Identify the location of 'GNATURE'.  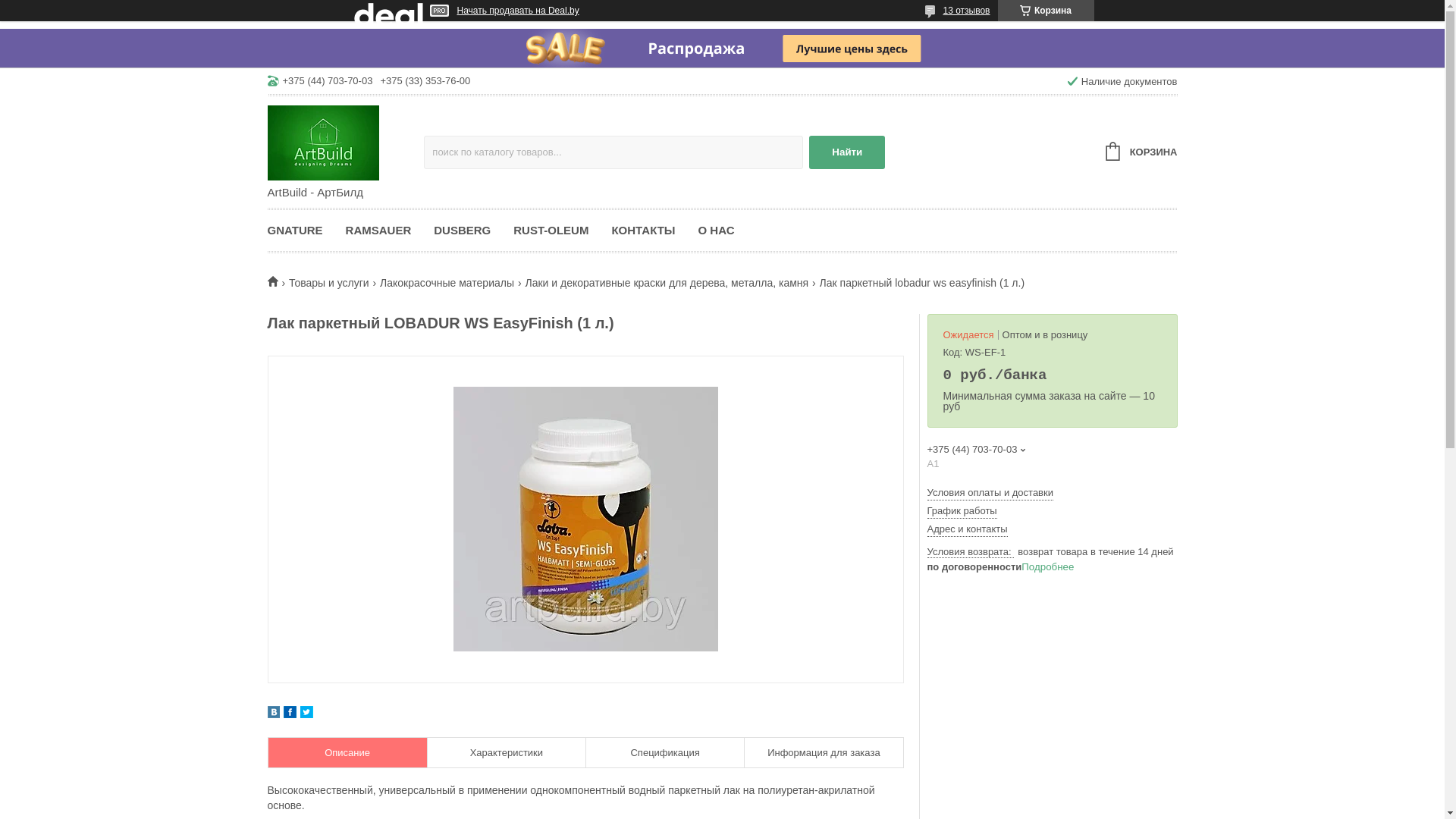
(266, 230).